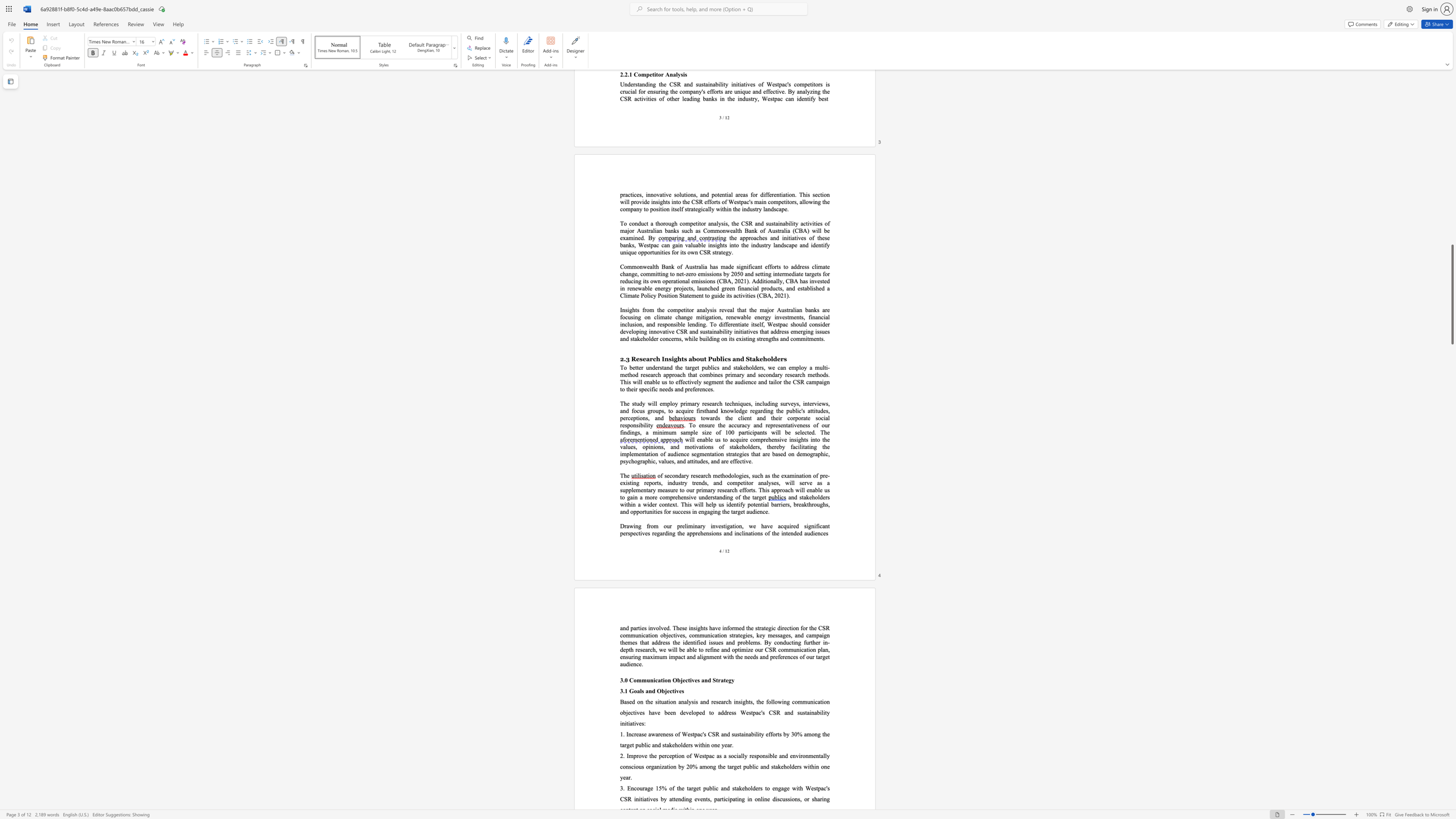  I want to click on the 1th character "s" in the text, so click(665, 475).